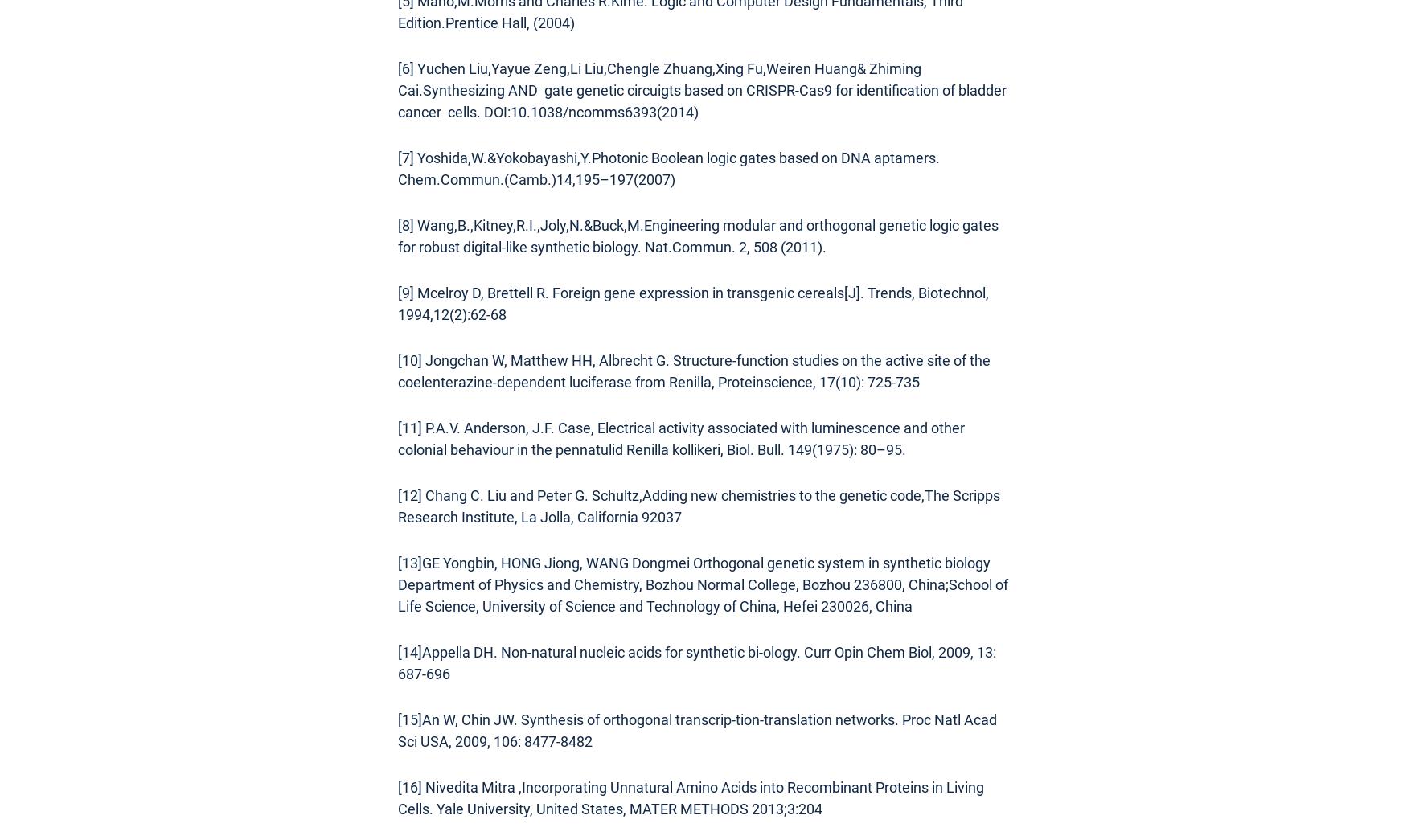 This screenshot has height=840, width=1407. Describe the element at coordinates (693, 302) in the screenshot. I see `'[9] Mcelroy D, Brettell R. Foreign gene expression in transgenic cereals[J]. Trends, Biotechnol, 1994,12(2):62-68'` at that location.